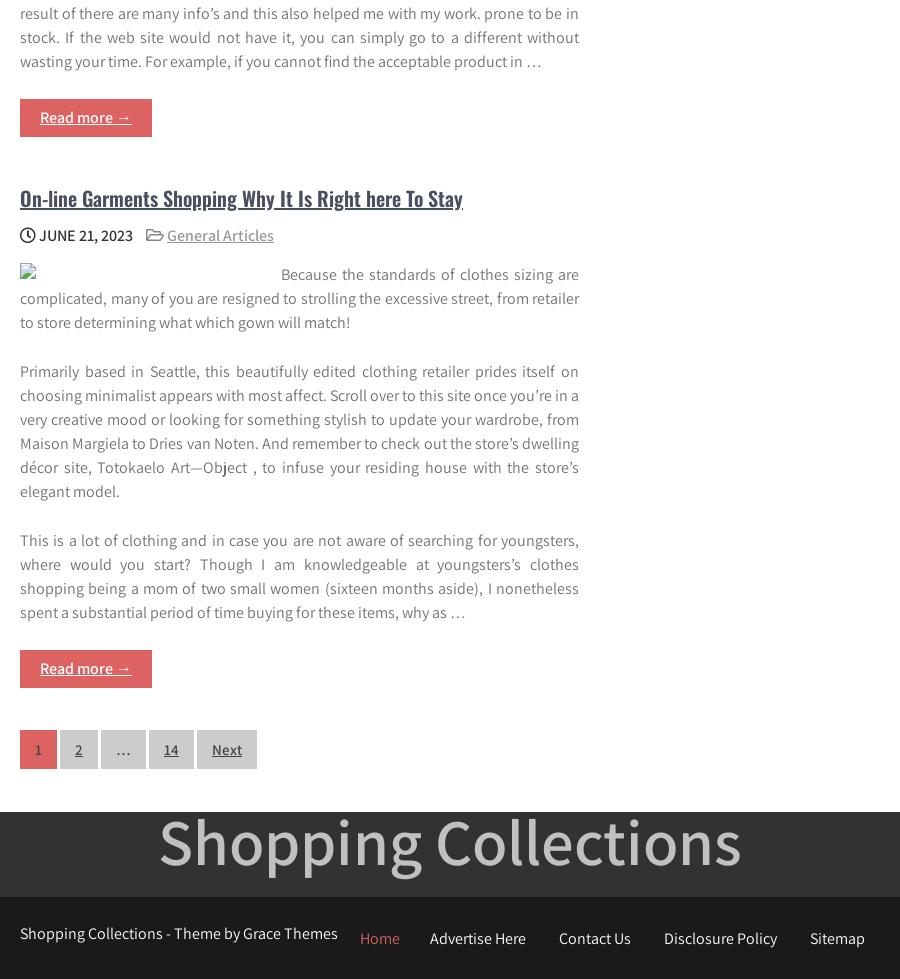  I want to click on '14', so click(171, 747).